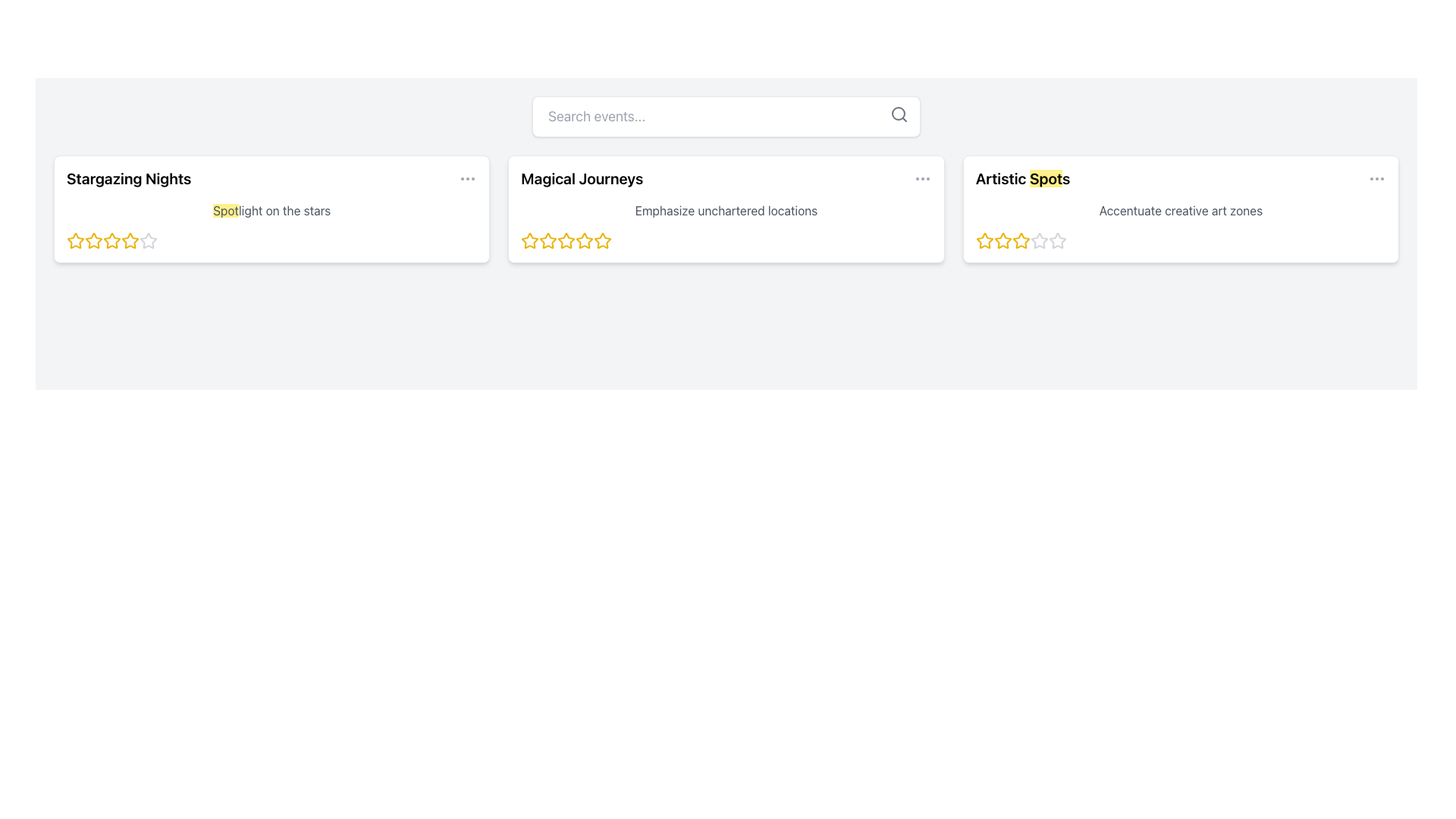 The image size is (1456, 819). I want to click on the fourth star-shaped icon with a yellow outline in the rating bar under the 'Magical Journeys' card to set a rating level, so click(566, 240).